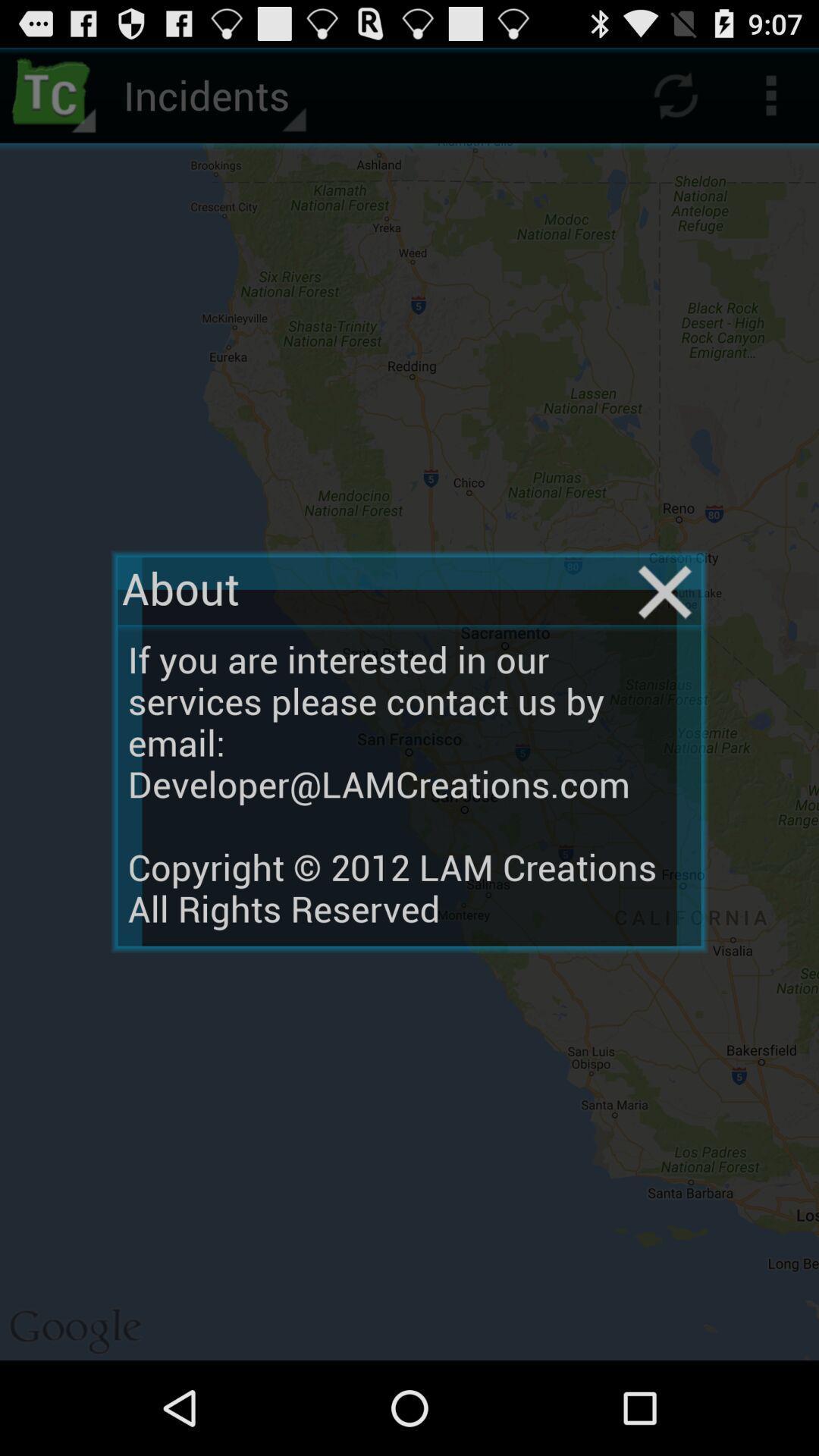 Image resolution: width=819 pixels, height=1456 pixels. I want to click on icon next to incidents icon, so click(55, 94).